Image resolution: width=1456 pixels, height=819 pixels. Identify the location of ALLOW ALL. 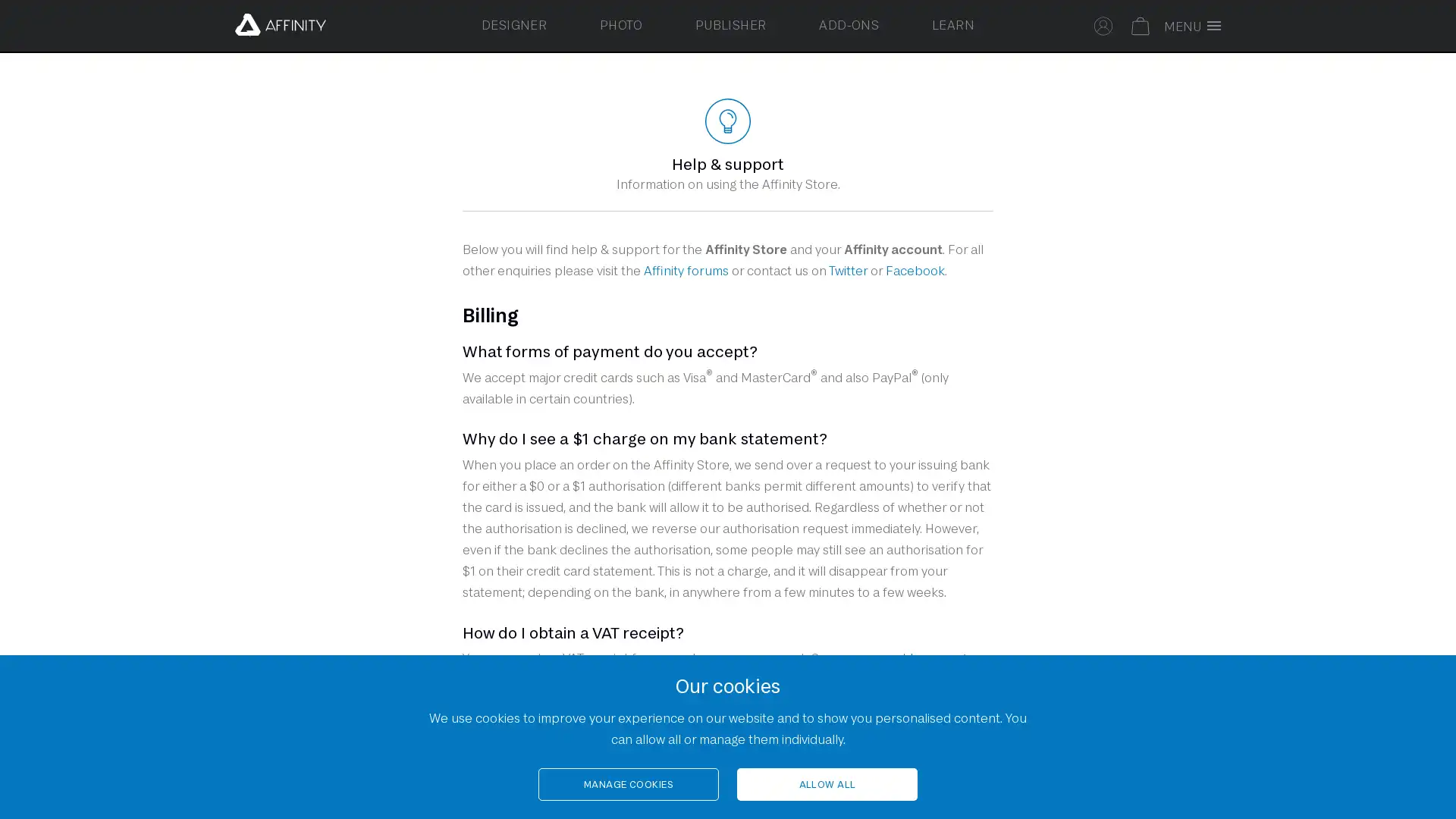
(826, 784).